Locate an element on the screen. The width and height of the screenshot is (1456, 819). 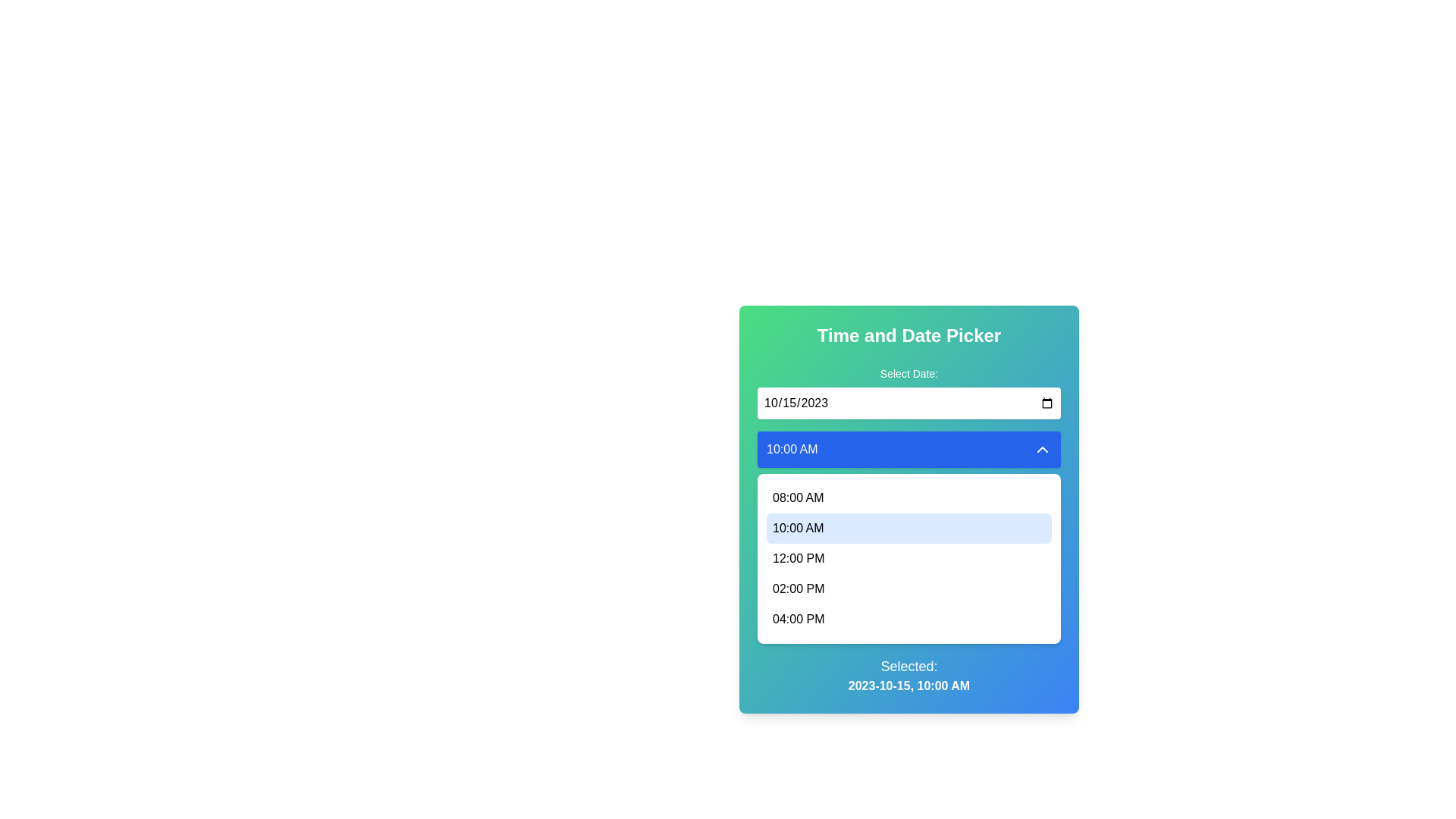
the selectable list item for '02:00 PM' in the dropdown menu of the time picker, which is positioned below '12:00 PM' and above '04:00 PM' is located at coordinates (798, 588).